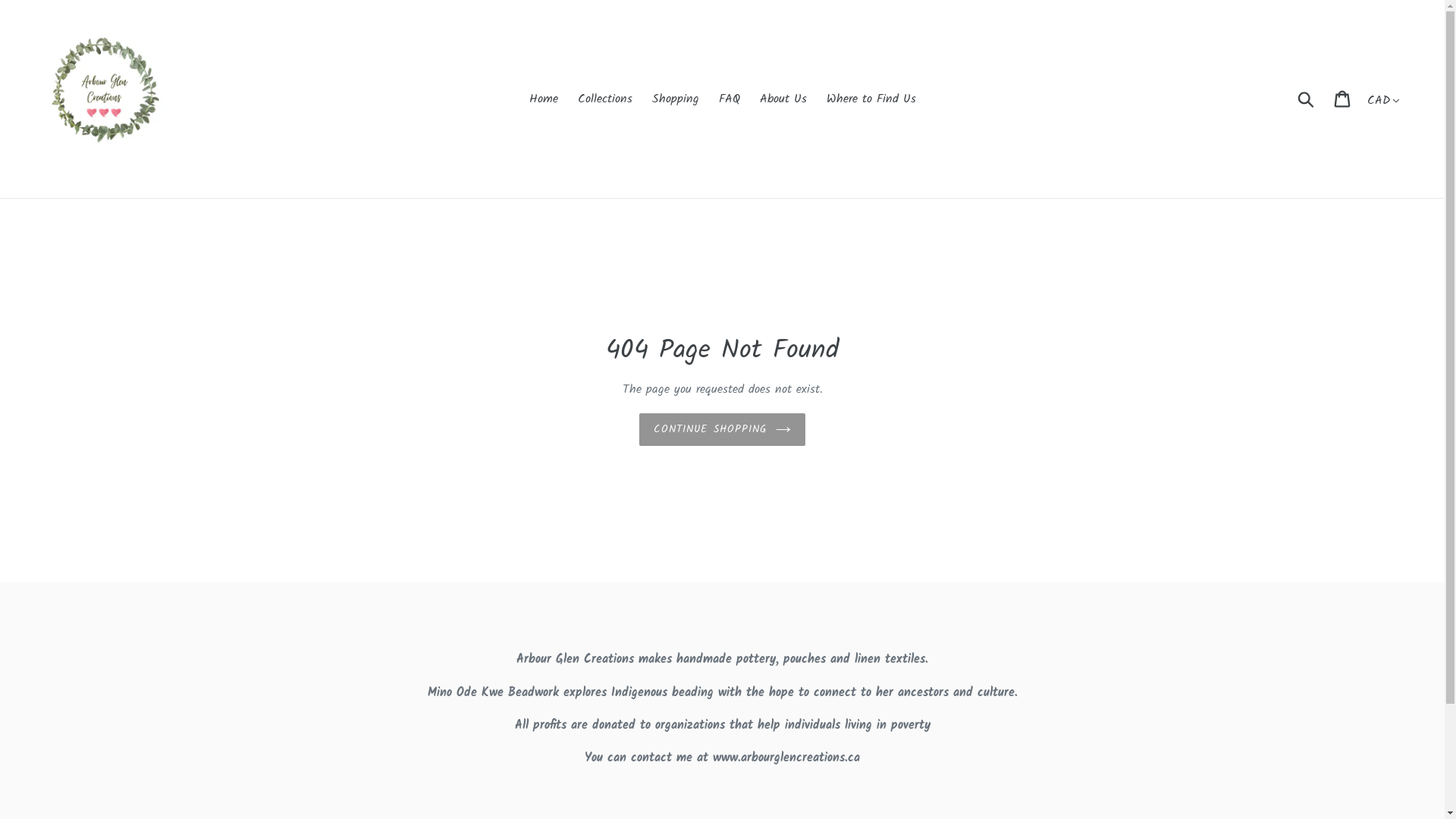  What do you see at coordinates (521, 99) in the screenshot?
I see `'Home'` at bounding box center [521, 99].